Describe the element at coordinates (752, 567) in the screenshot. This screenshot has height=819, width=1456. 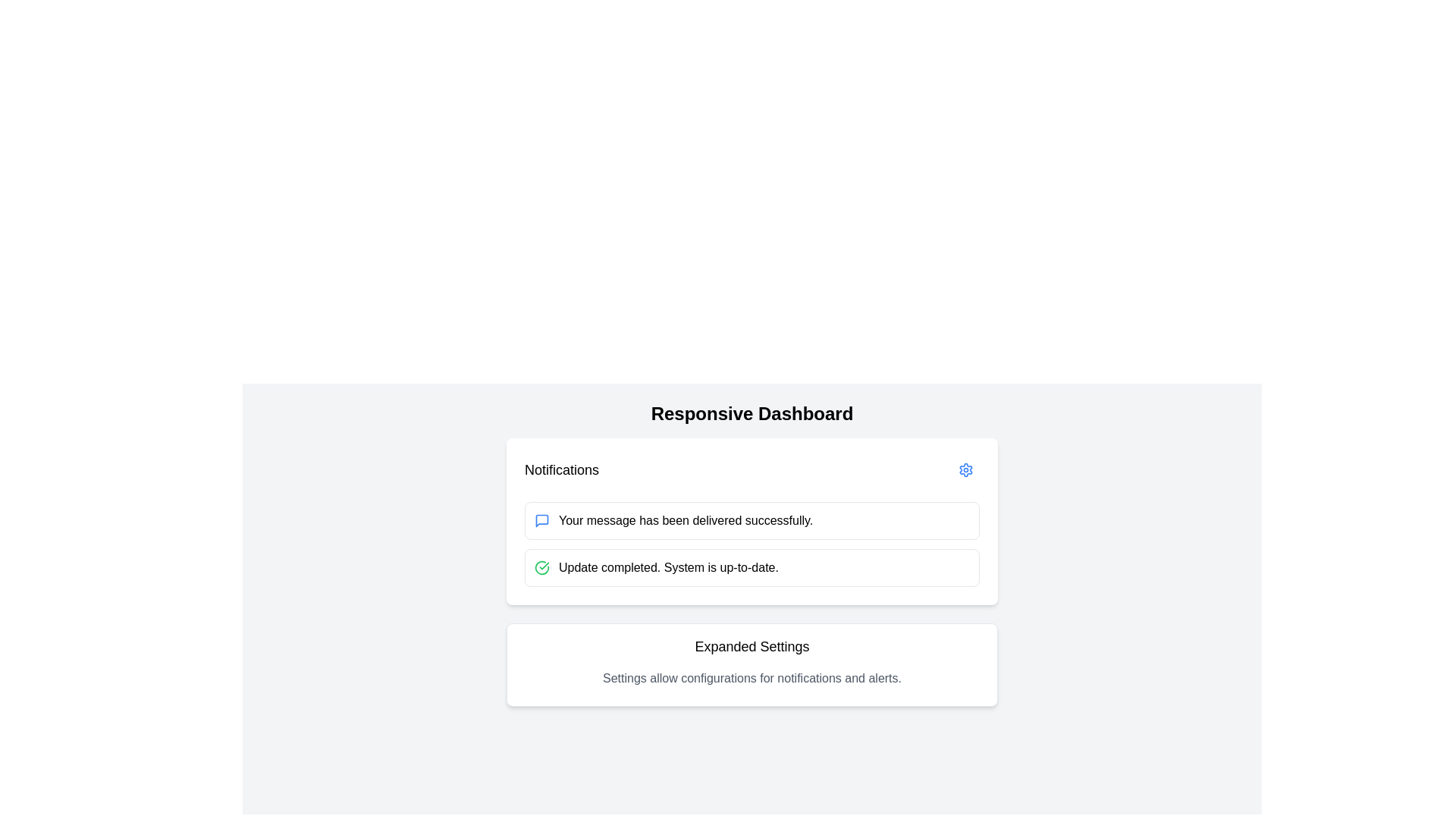
I see `the static notification message that indicates 'Update completed. System is up-to-date.' which contains a green check icon and is positioned in the second position of the notification list` at that location.